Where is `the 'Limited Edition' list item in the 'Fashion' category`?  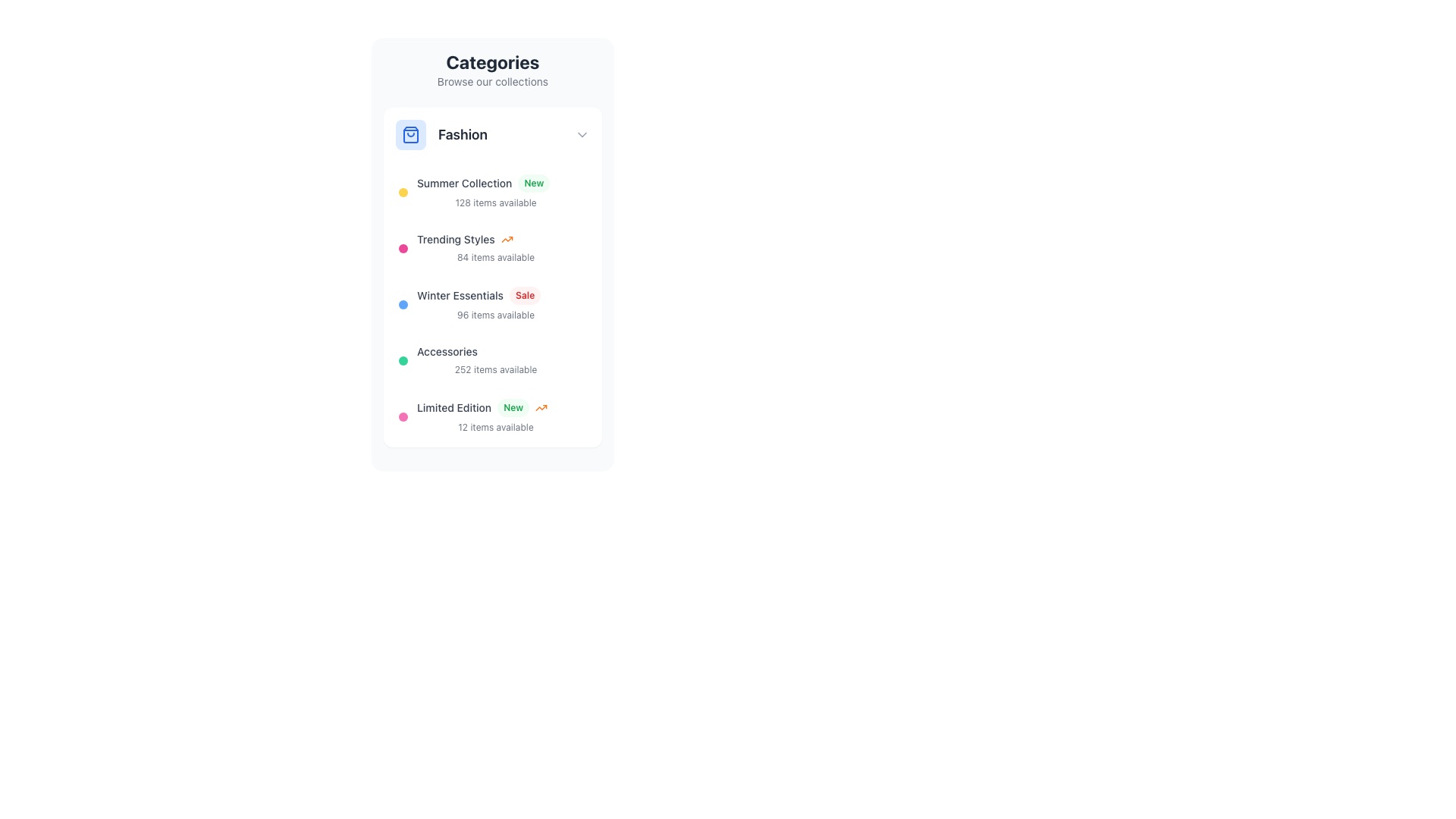
the 'Limited Edition' list item in the 'Fashion' category is located at coordinates (492, 417).